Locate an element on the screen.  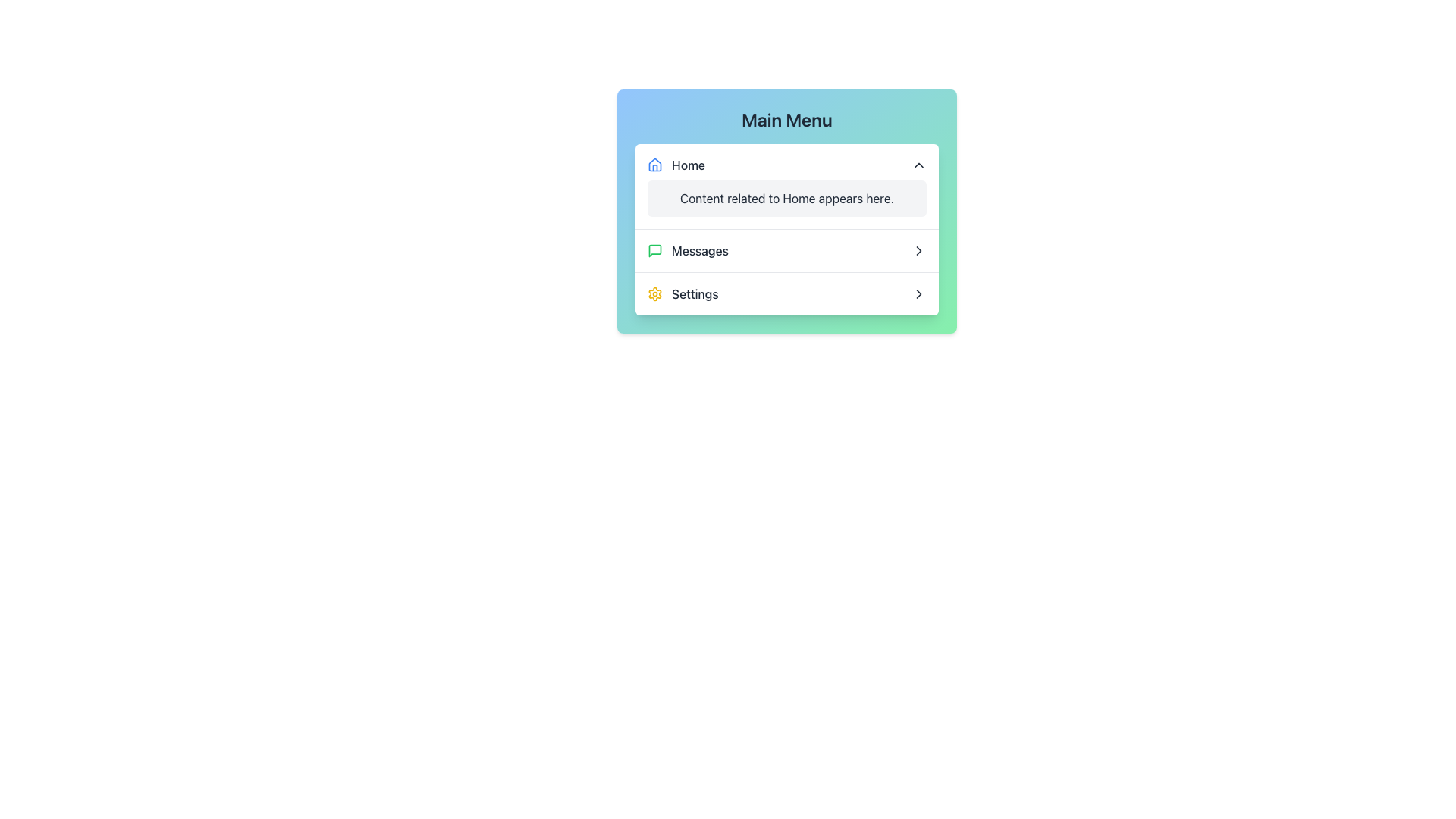
the gear-shaped yellow icon located next to the 'Settings' text label in the bottom row of the 'Main Menu' is located at coordinates (655, 294).